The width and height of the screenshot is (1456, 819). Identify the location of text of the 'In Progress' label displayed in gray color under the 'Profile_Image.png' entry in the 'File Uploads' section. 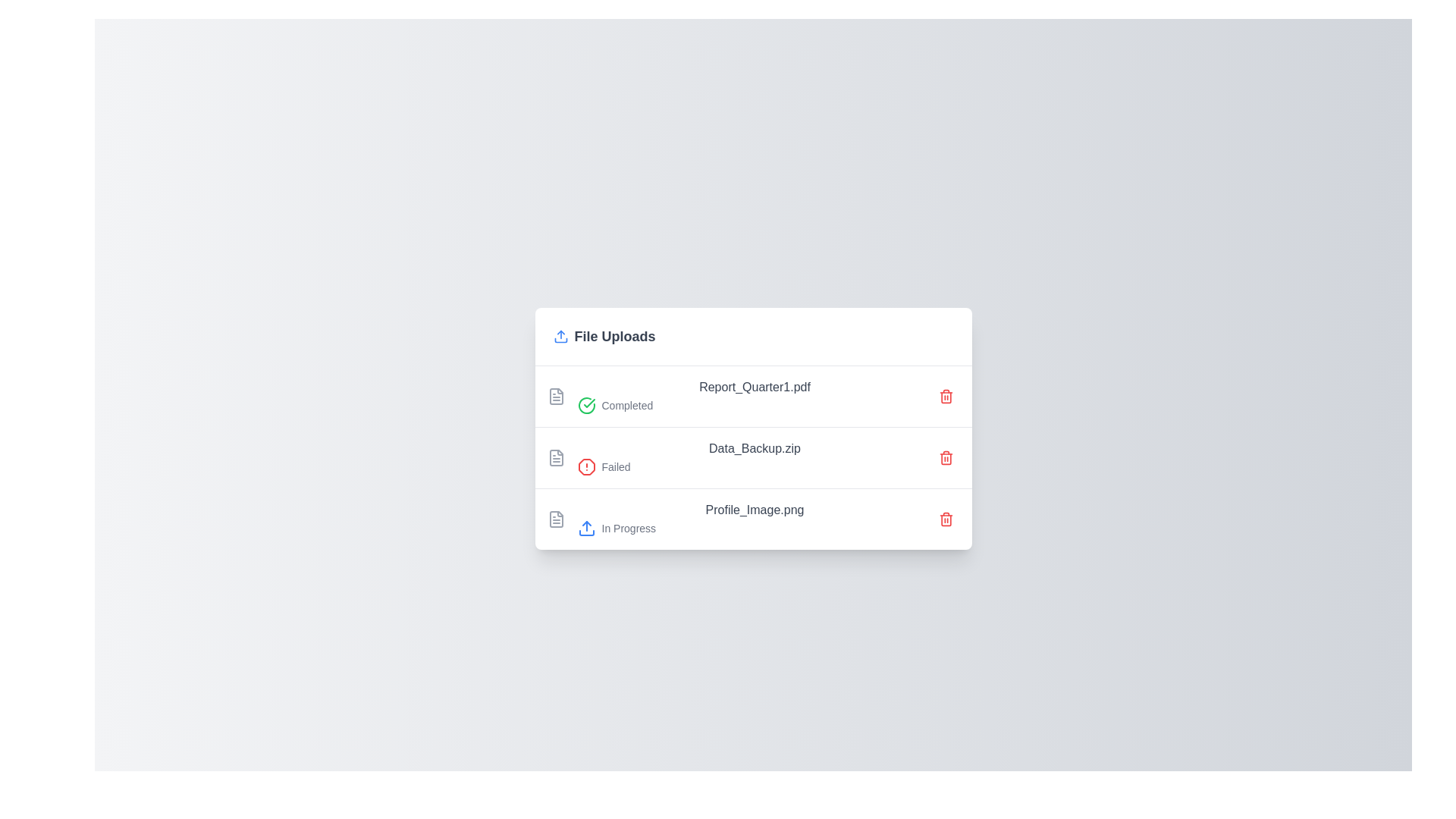
(629, 527).